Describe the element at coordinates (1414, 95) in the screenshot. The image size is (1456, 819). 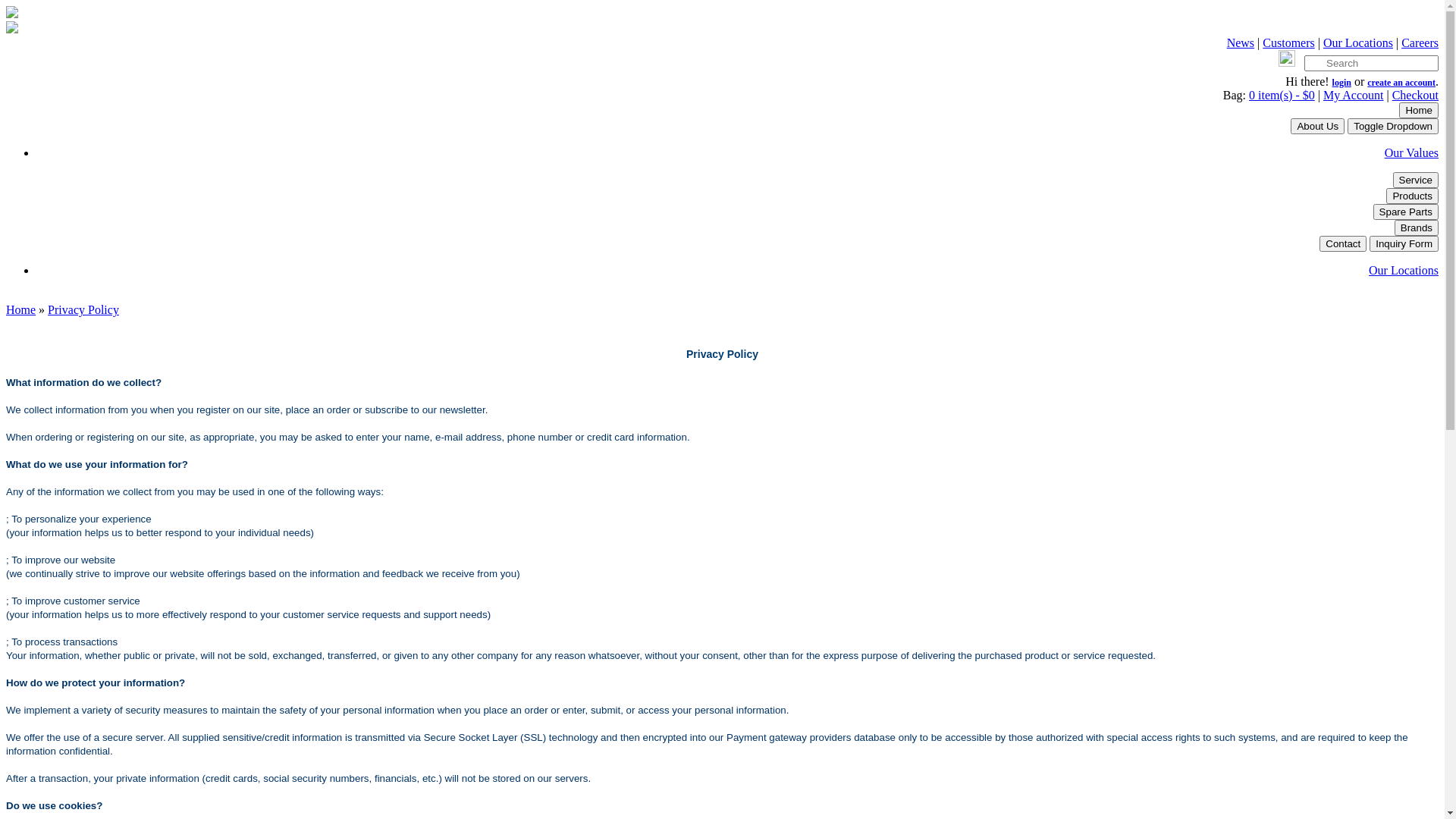
I see `'Checkout'` at that location.